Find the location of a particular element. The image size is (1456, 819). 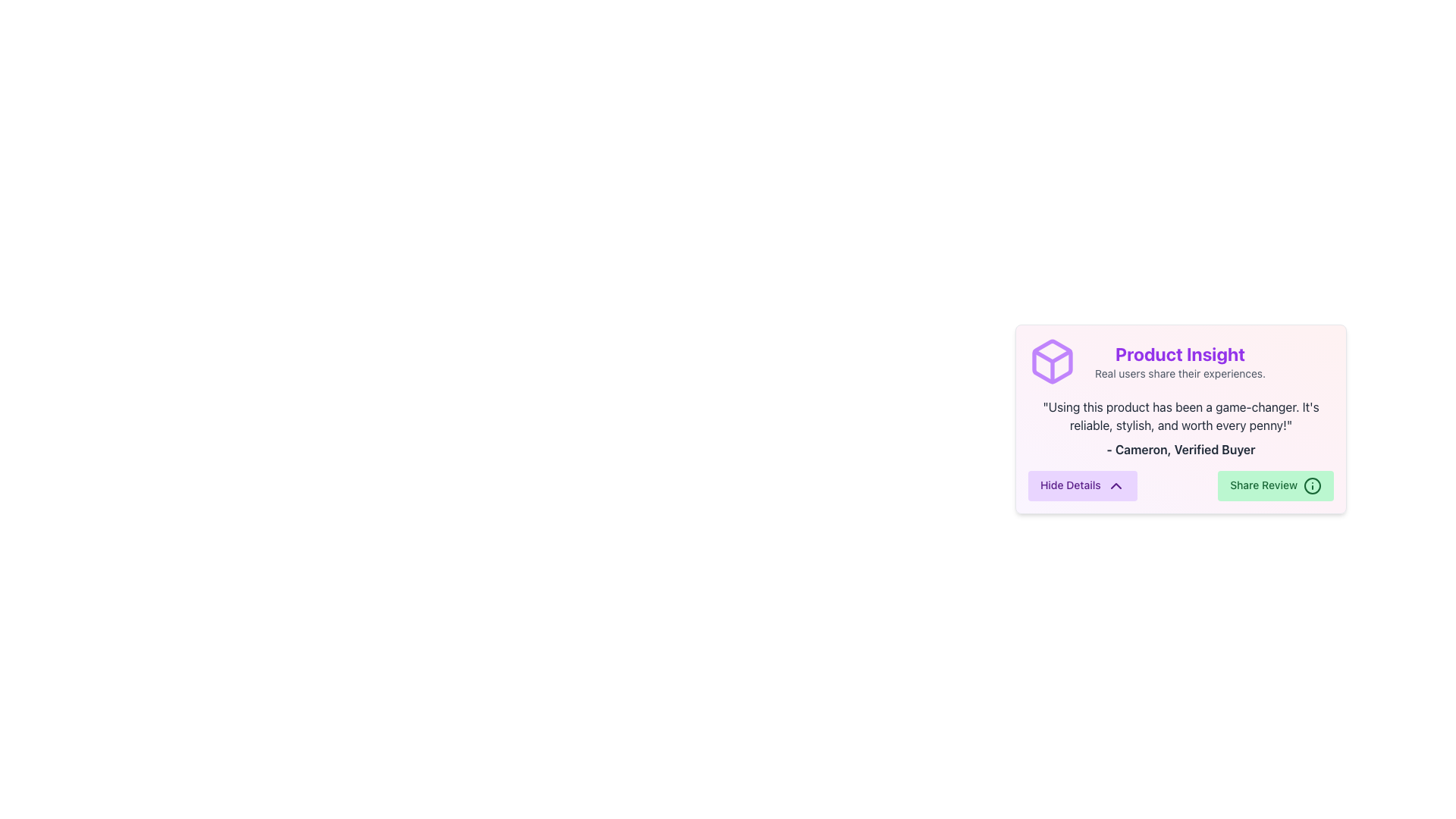

the chevron-like shape of the box icon located in the top left corner of the card is located at coordinates (1051, 356).